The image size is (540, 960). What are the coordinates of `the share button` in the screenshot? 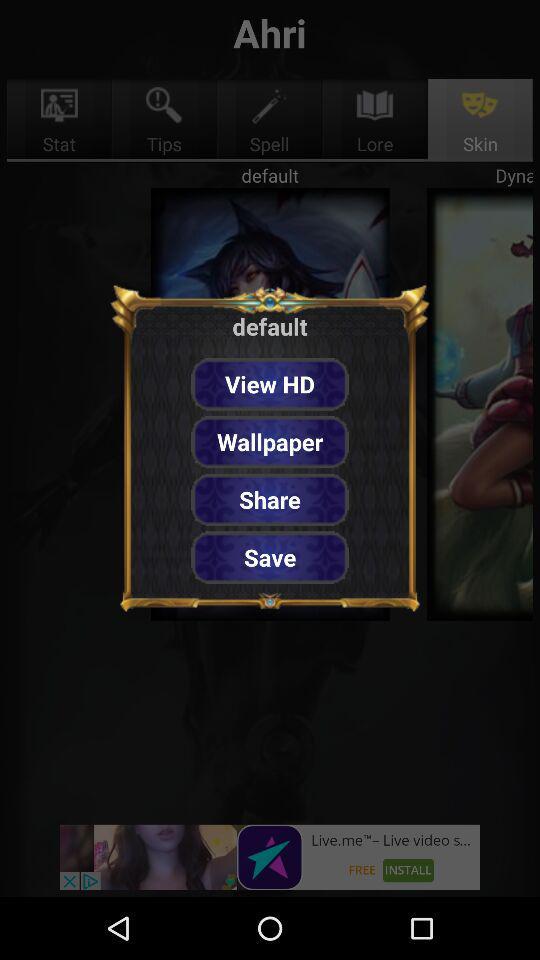 It's located at (270, 498).